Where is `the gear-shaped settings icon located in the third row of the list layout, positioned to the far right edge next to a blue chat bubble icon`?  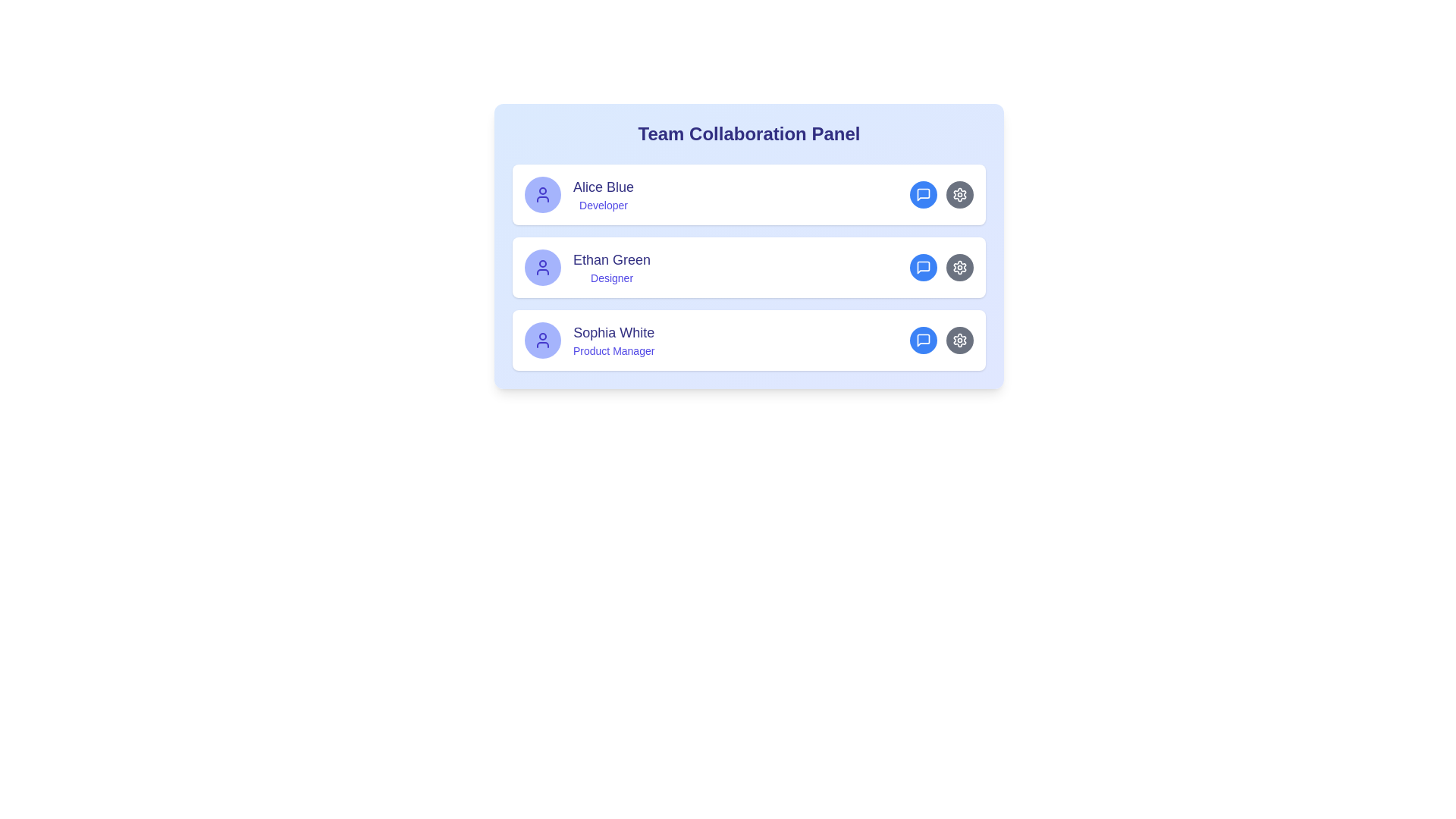
the gear-shaped settings icon located in the third row of the list layout, positioned to the far right edge next to a blue chat bubble icon is located at coordinates (959, 339).